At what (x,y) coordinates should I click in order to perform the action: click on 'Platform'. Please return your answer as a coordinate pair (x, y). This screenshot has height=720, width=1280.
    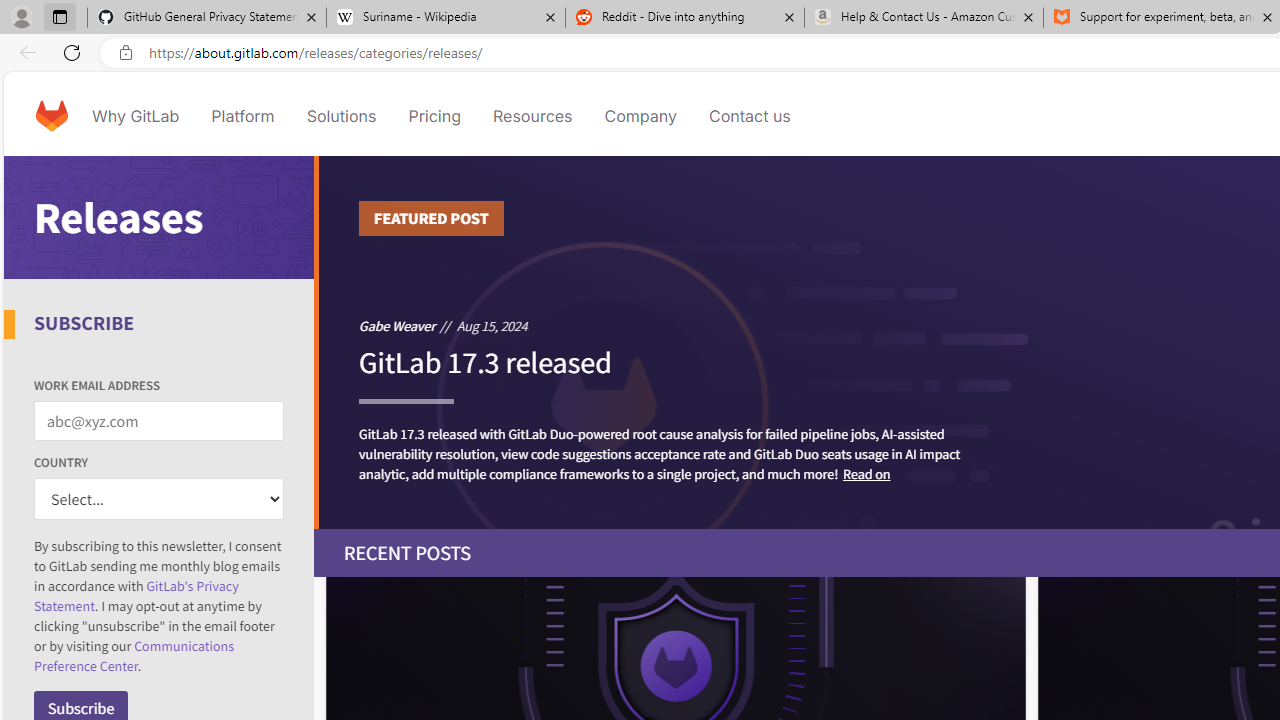
    Looking at the image, I should click on (242, 115).